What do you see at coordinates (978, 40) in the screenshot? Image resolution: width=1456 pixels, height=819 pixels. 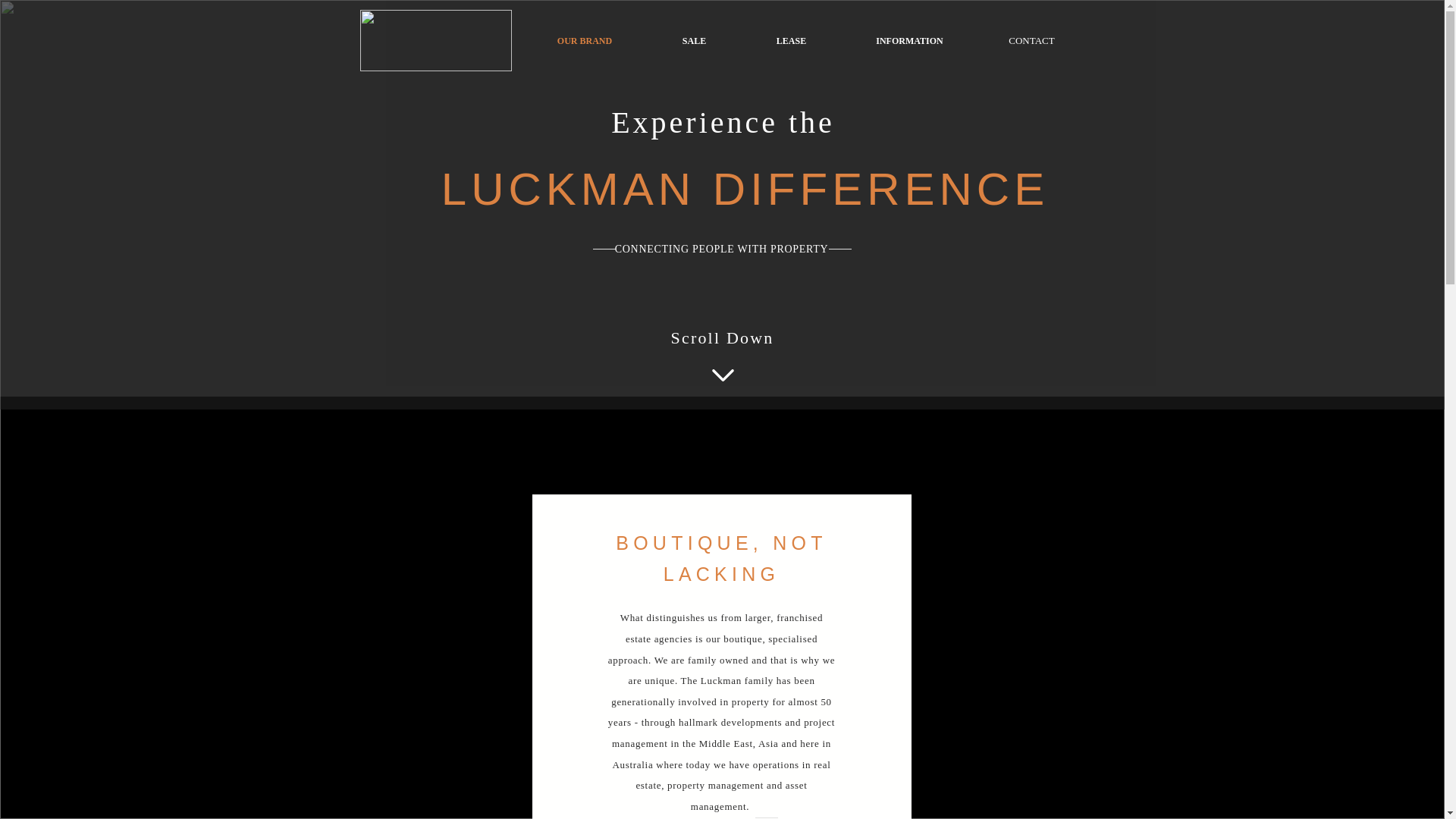 I see `'CONTACT'` at bounding box center [978, 40].